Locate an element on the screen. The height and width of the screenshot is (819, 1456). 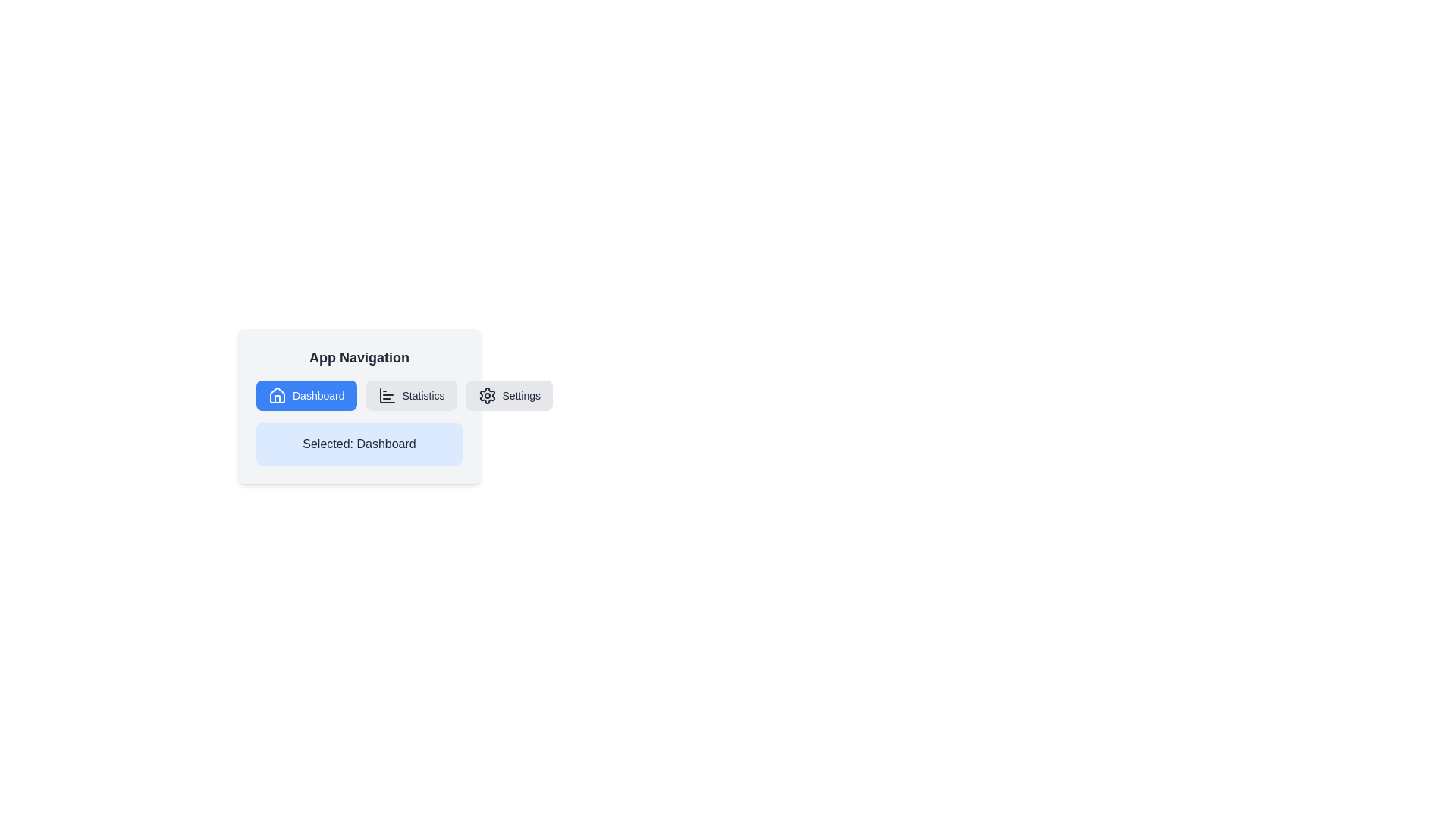
the 'Statistics' text label in the app's navigation bar is located at coordinates (423, 394).